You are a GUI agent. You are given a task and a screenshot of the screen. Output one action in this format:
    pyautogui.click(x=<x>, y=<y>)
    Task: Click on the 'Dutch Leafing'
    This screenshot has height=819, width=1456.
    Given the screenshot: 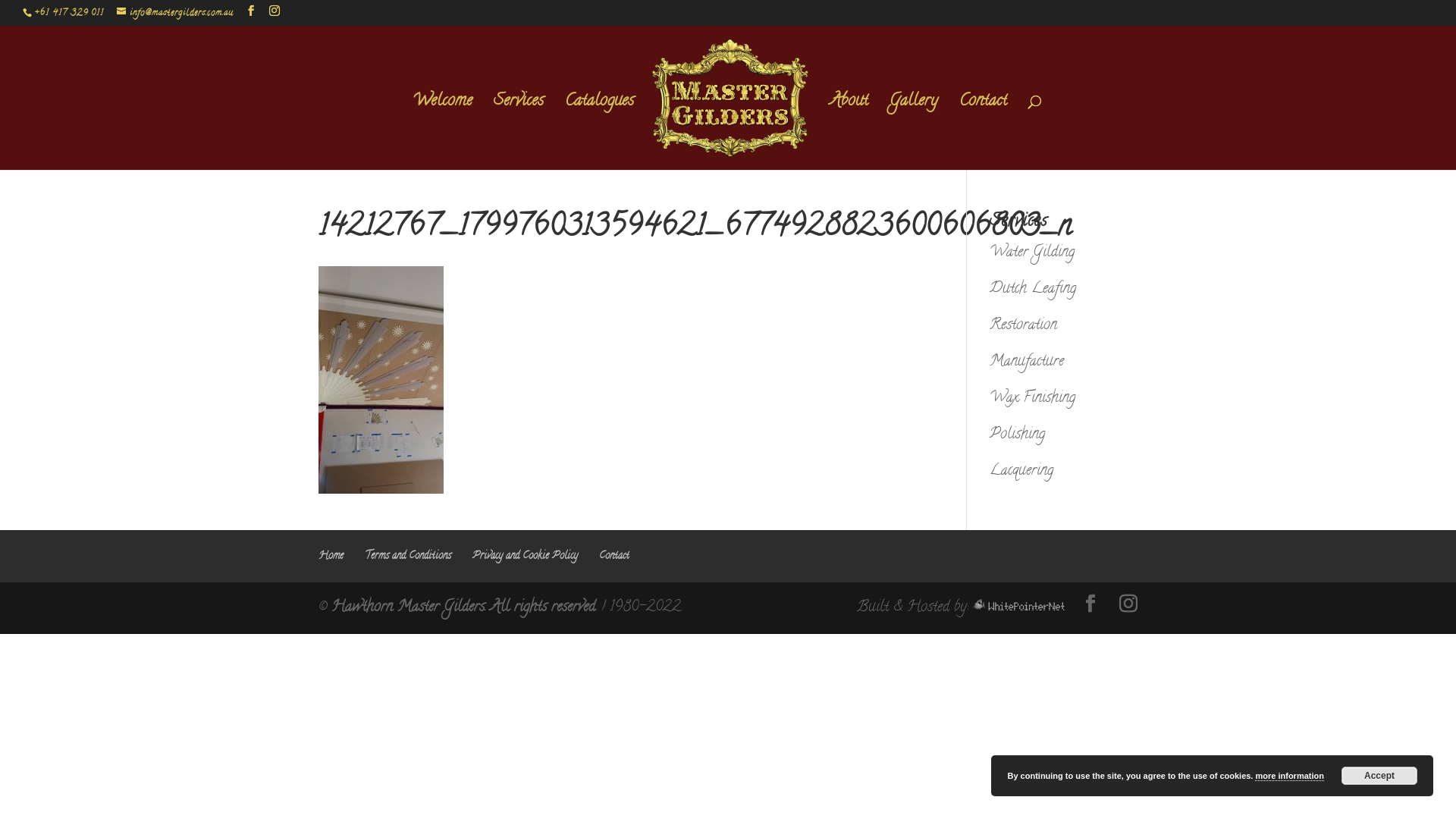 What is the action you would take?
    pyautogui.click(x=1032, y=289)
    